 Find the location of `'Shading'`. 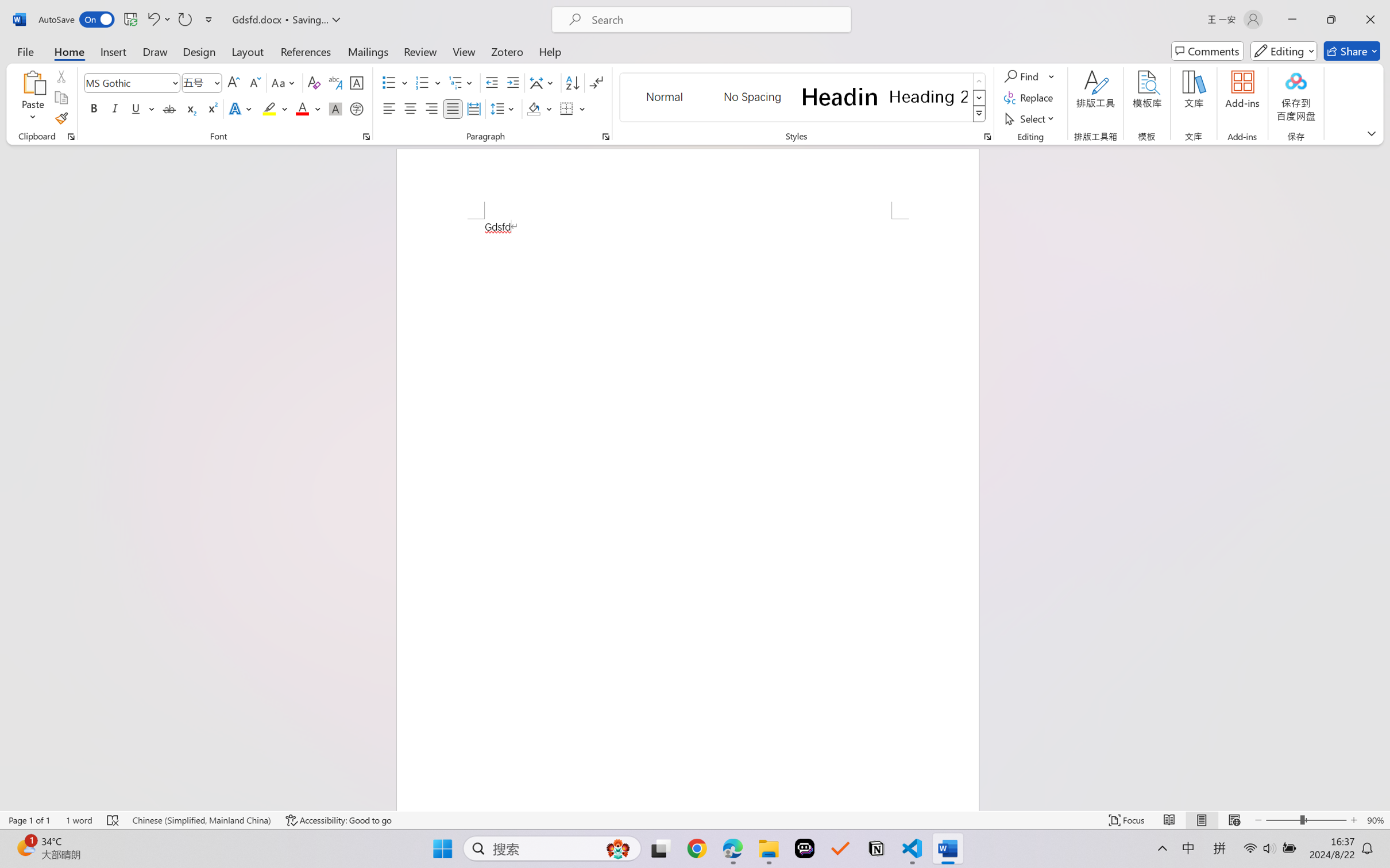

'Shading' is located at coordinates (539, 108).